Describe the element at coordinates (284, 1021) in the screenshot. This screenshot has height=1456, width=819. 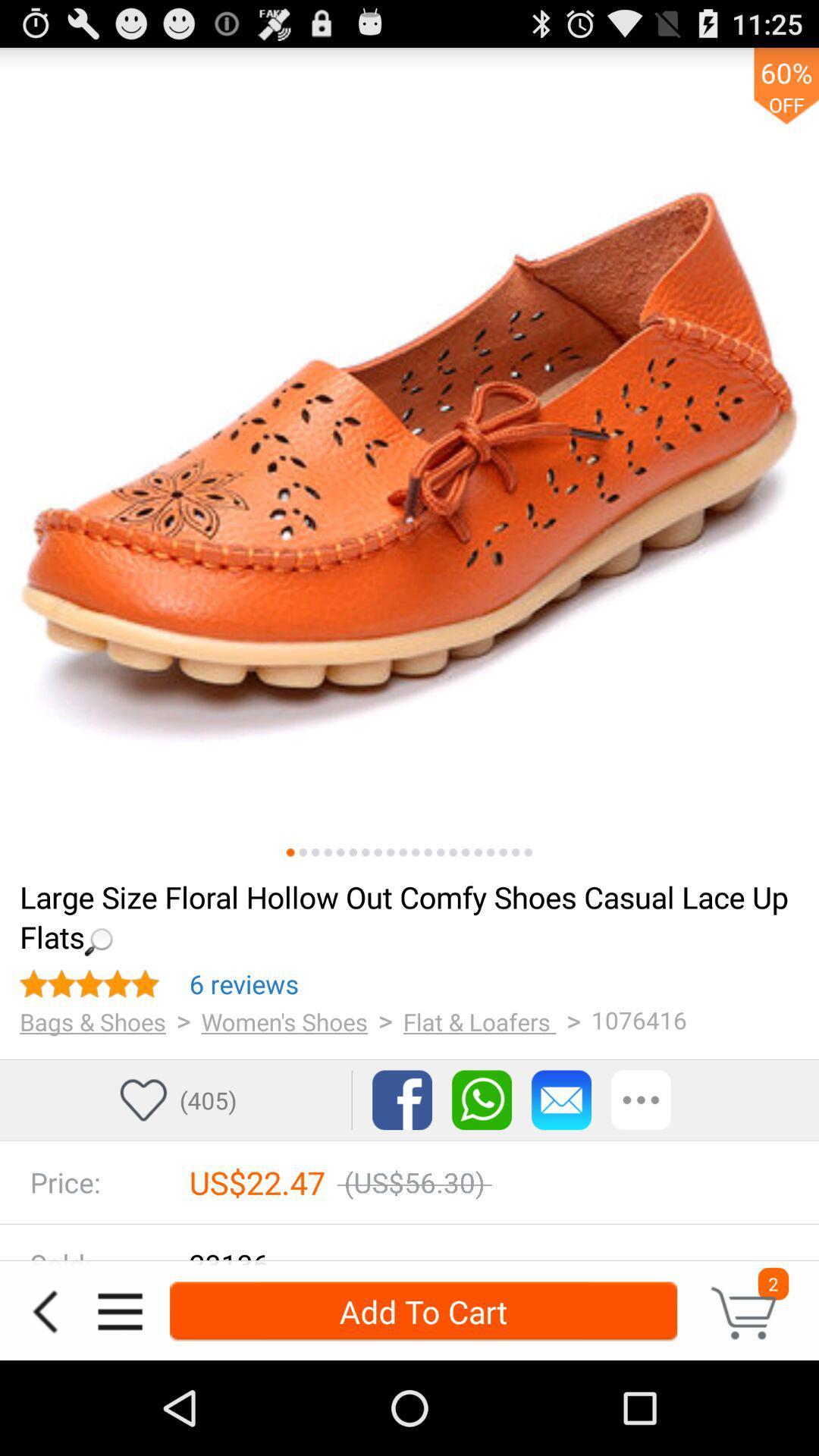
I see `the app next to > item` at that location.